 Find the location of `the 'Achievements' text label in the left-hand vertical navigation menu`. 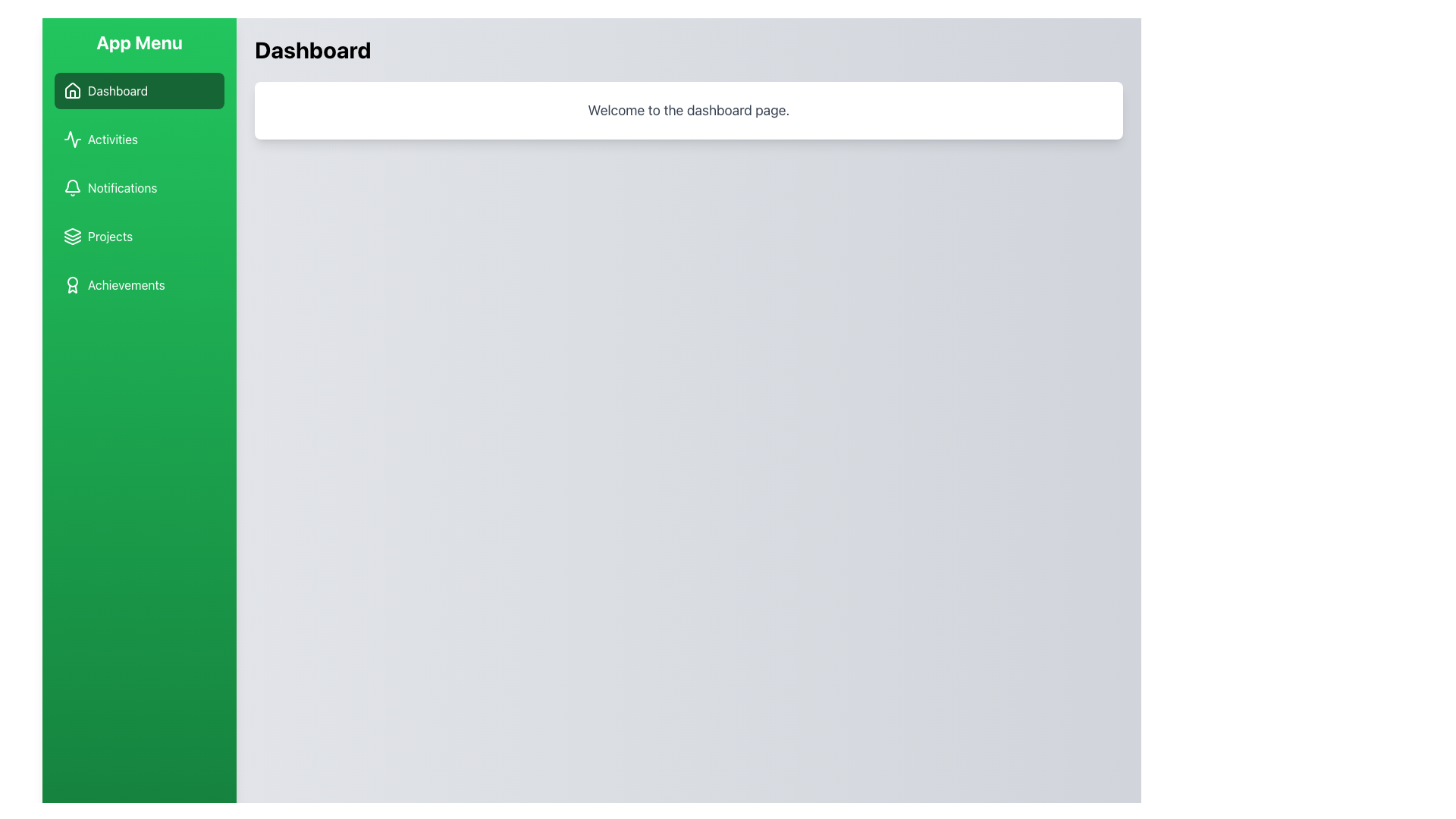

the 'Achievements' text label in the left-hand vertical navigation menu is located at coordinates (126, 284).